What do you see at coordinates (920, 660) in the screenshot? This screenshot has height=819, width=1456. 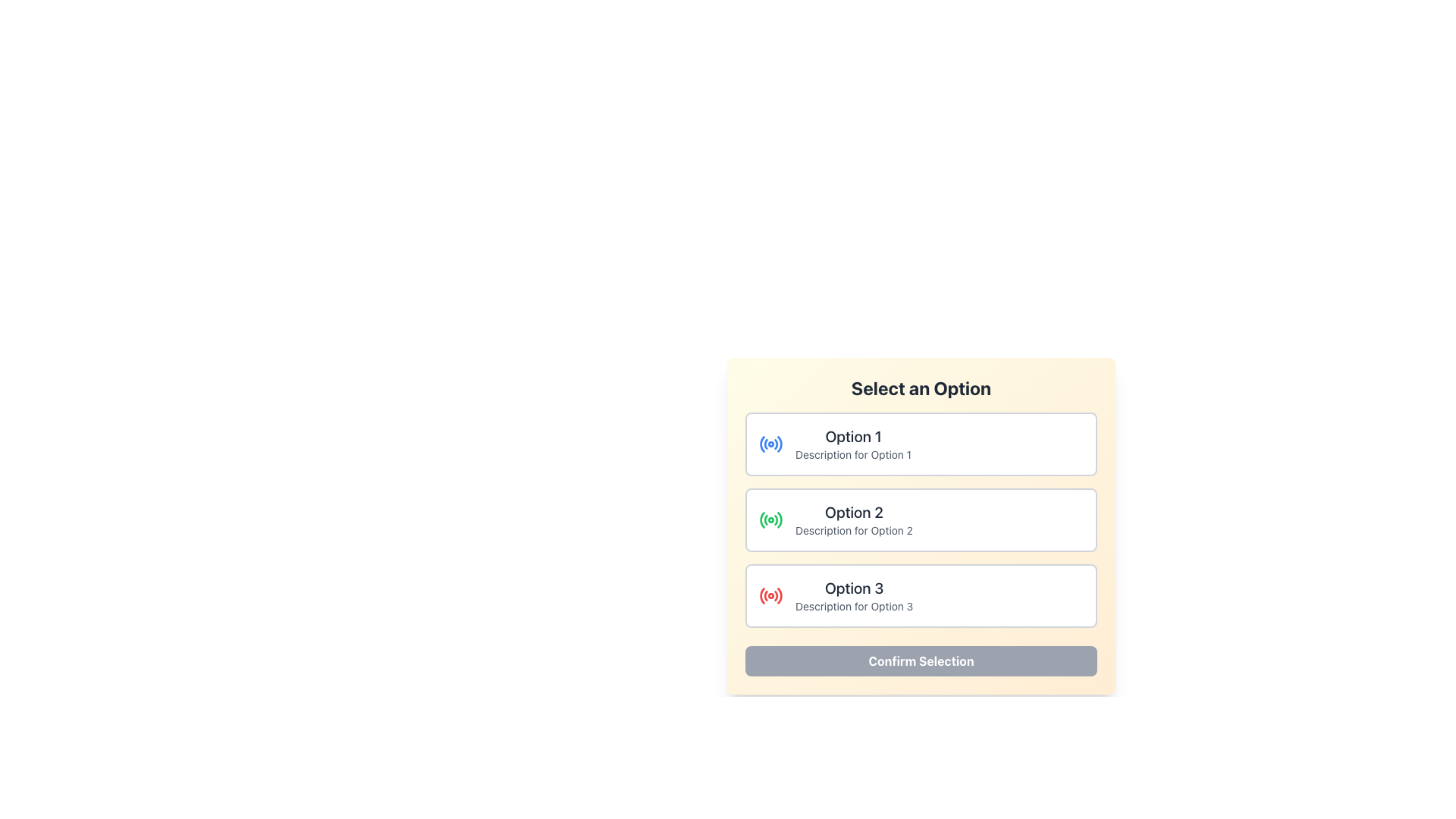 I see `the 'Confirm Selection' button, which is a rounded button with a medium gray background and white bold text, located at the bottom of the options panel` at bounding box center [920, 660].